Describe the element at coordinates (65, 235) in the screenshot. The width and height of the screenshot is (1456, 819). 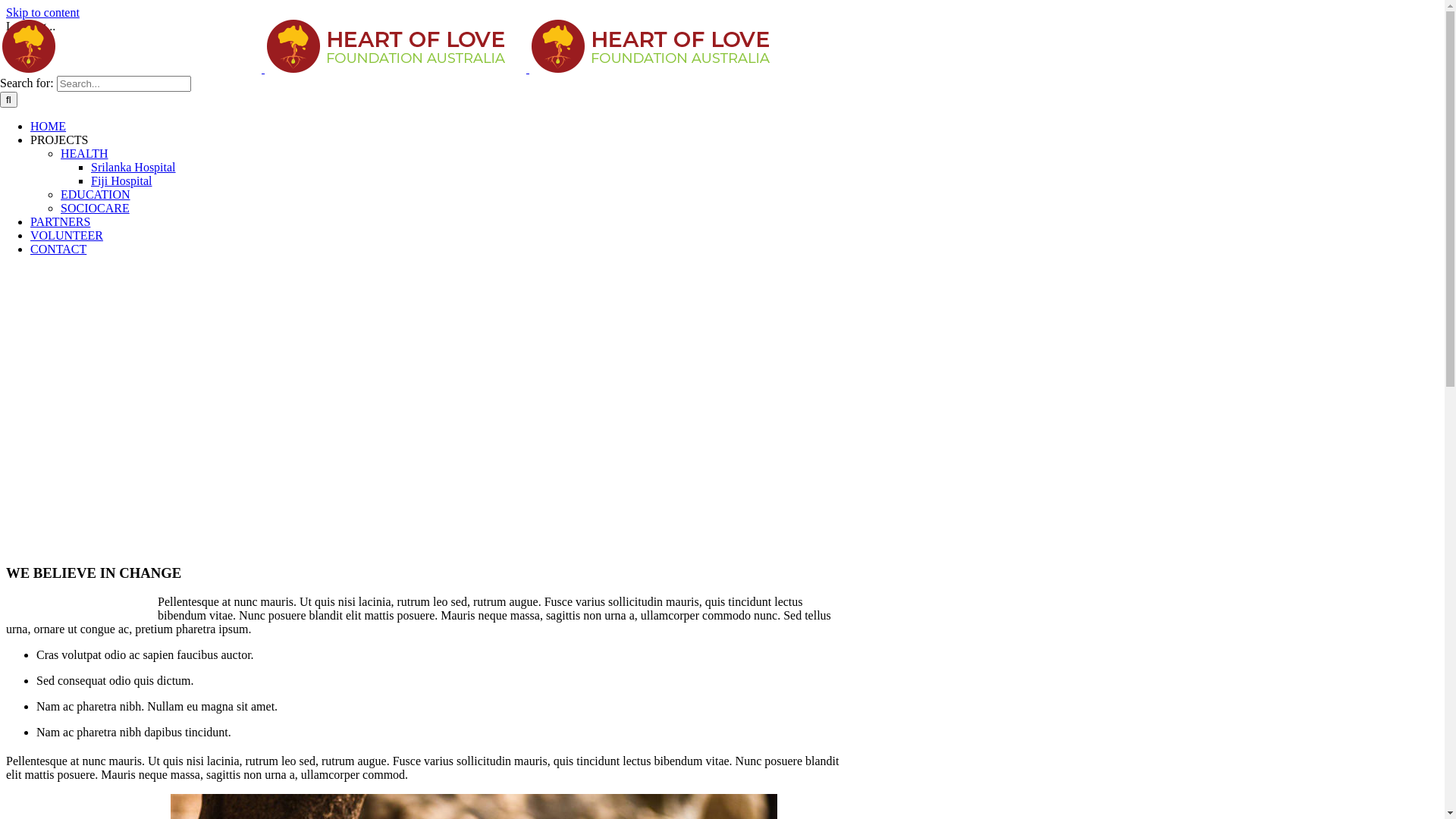
I see `'VOLUNTEER'` at that location.